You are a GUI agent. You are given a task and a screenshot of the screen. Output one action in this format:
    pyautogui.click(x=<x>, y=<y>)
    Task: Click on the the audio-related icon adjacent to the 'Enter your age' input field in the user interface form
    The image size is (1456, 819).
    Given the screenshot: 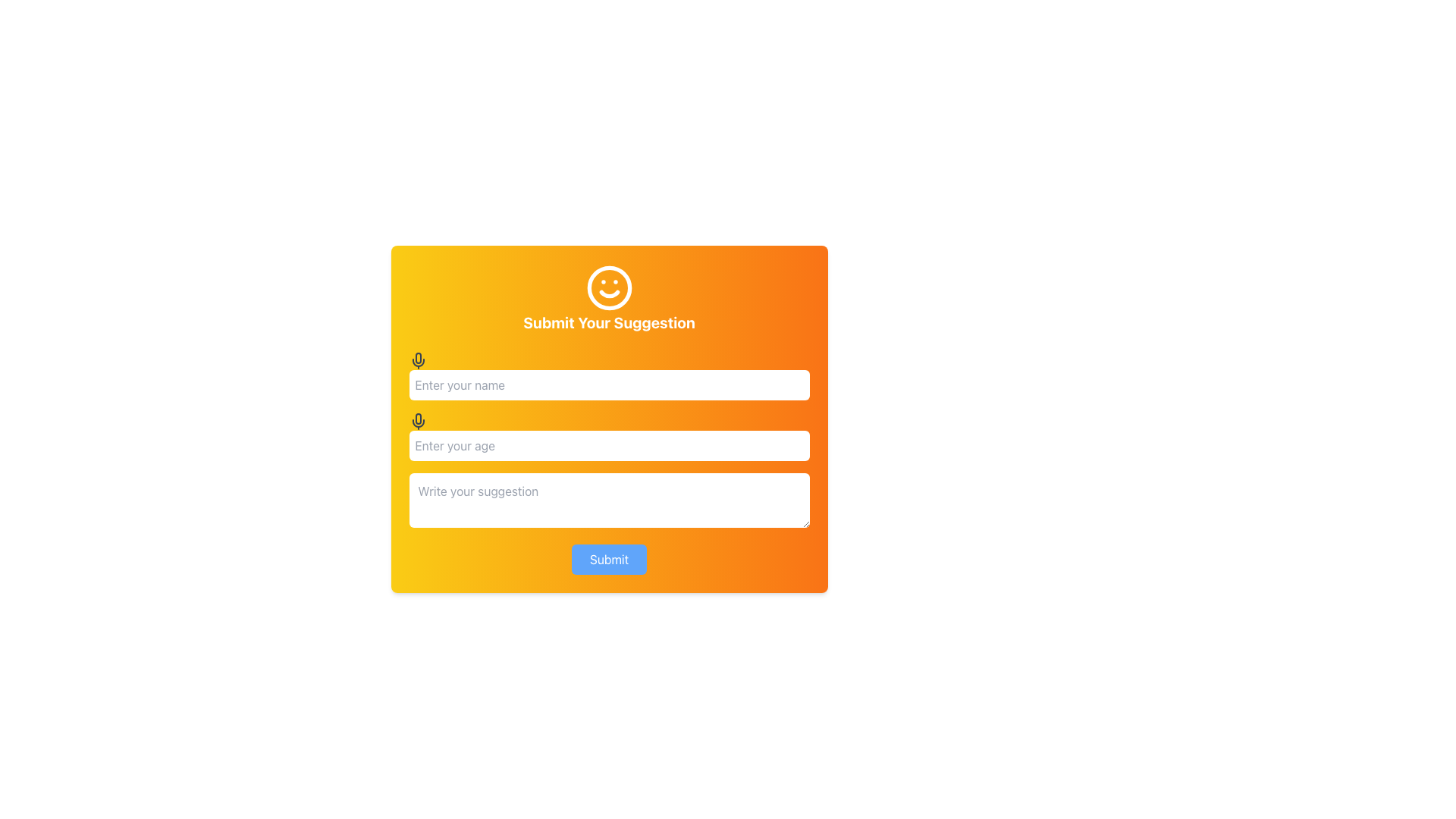 What is the action you would take?
    pyautogui.click(x=418, y=423)
    